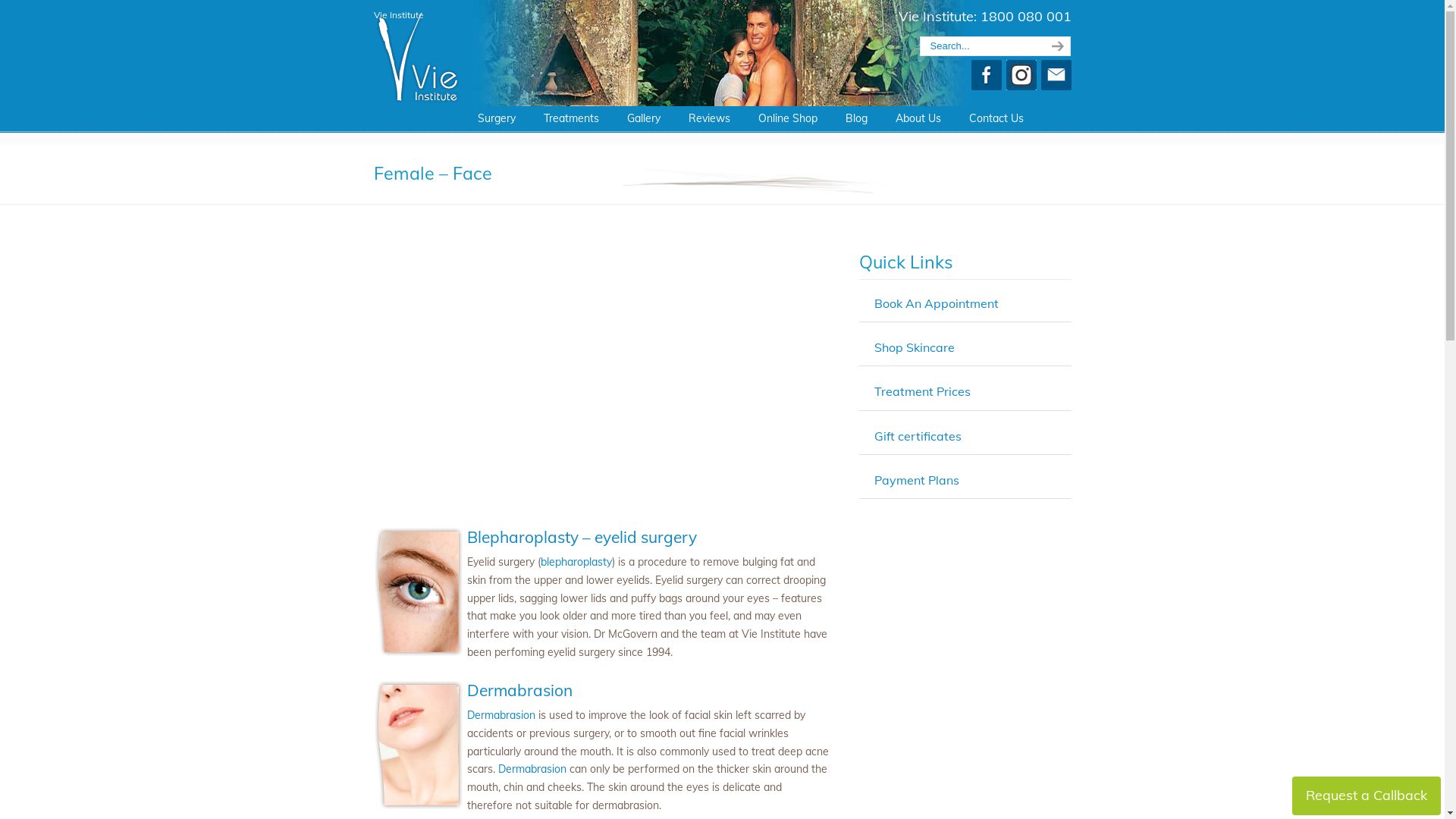 The height and width of the screenshot is (819, 1456). Describe the element at coordinates (880, 117) in the screenshot. I see `'About Us'` at that location.